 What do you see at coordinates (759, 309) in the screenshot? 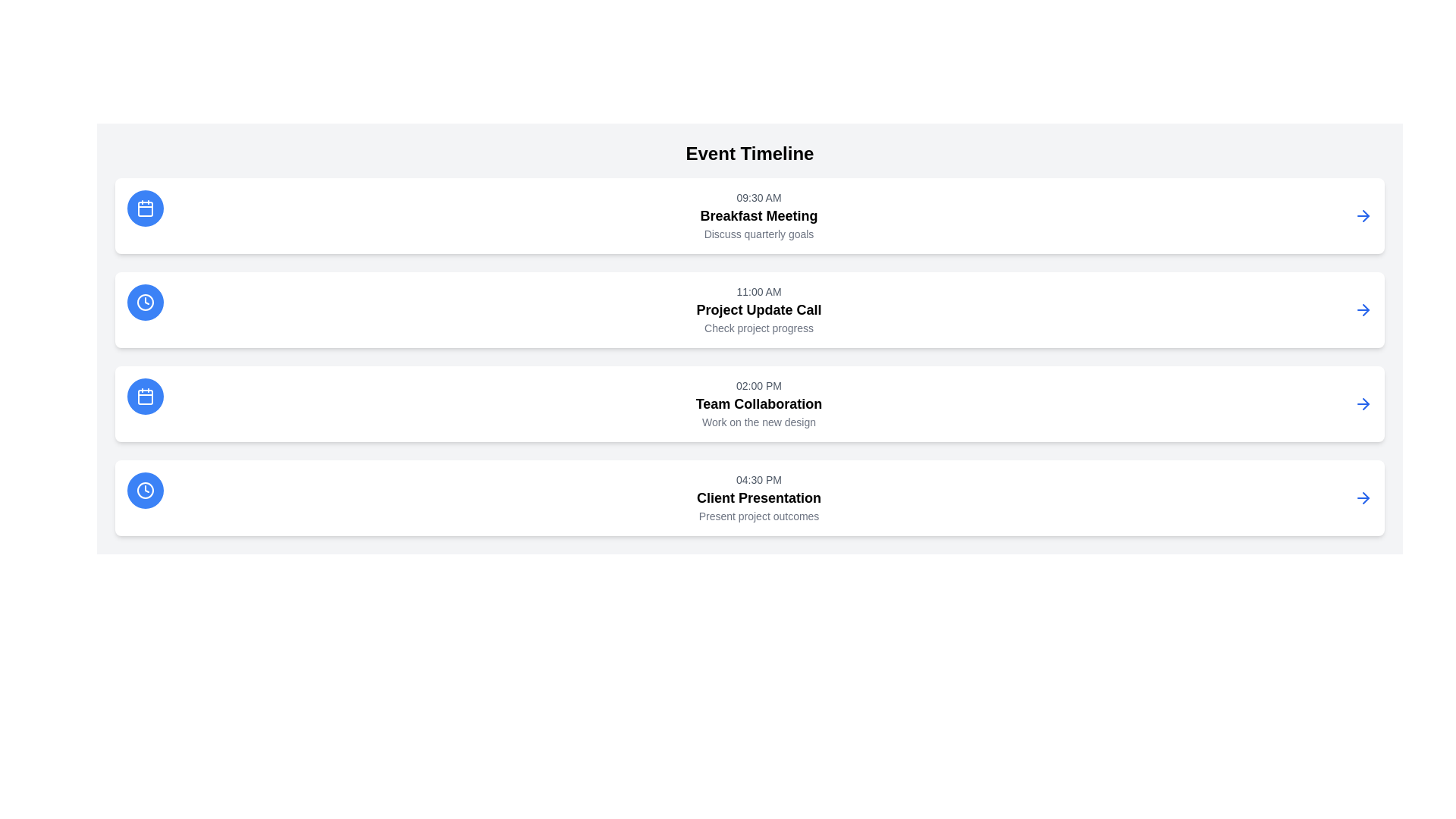
I see `the UI card component displaying '11:00 AM Project Update Call Check project progress.' which is the second item in the event timeline interface` at bounding box center [759, 309].